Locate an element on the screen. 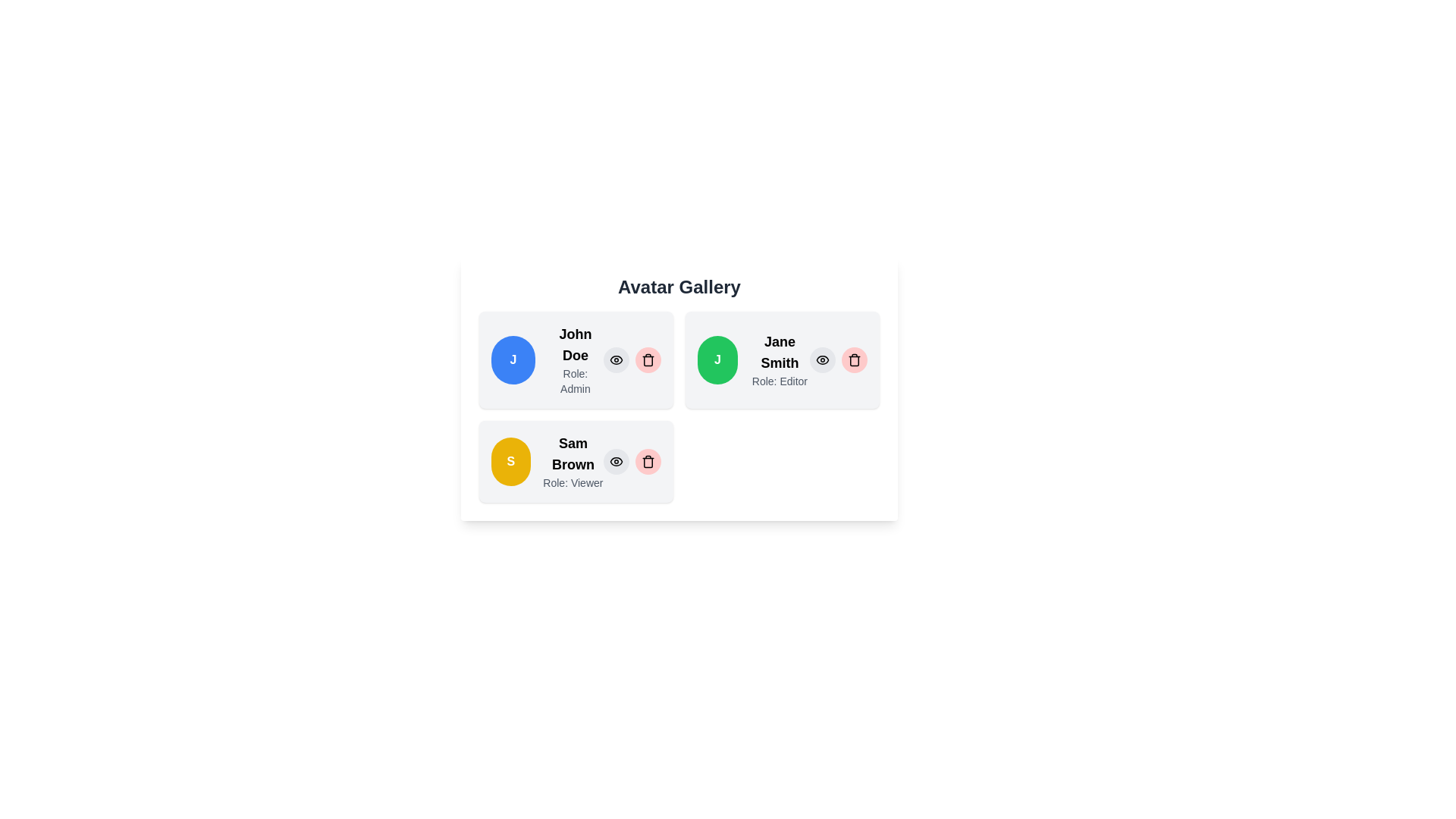  the eye button in the button group on the right side of John Doe's user card is located at coordinates (632, 359).